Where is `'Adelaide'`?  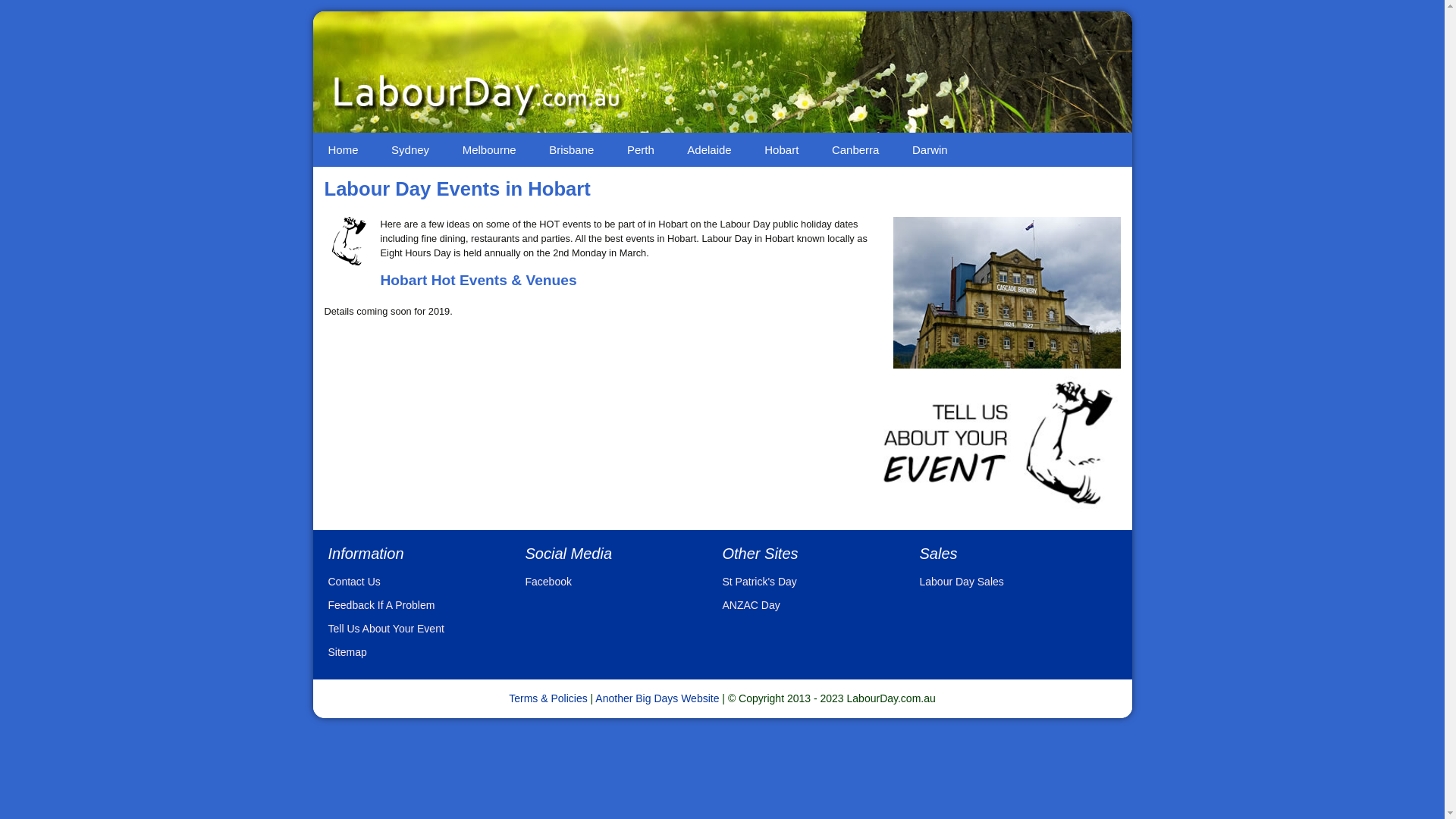 'Adelaide' is located at coordinates (708, 149).